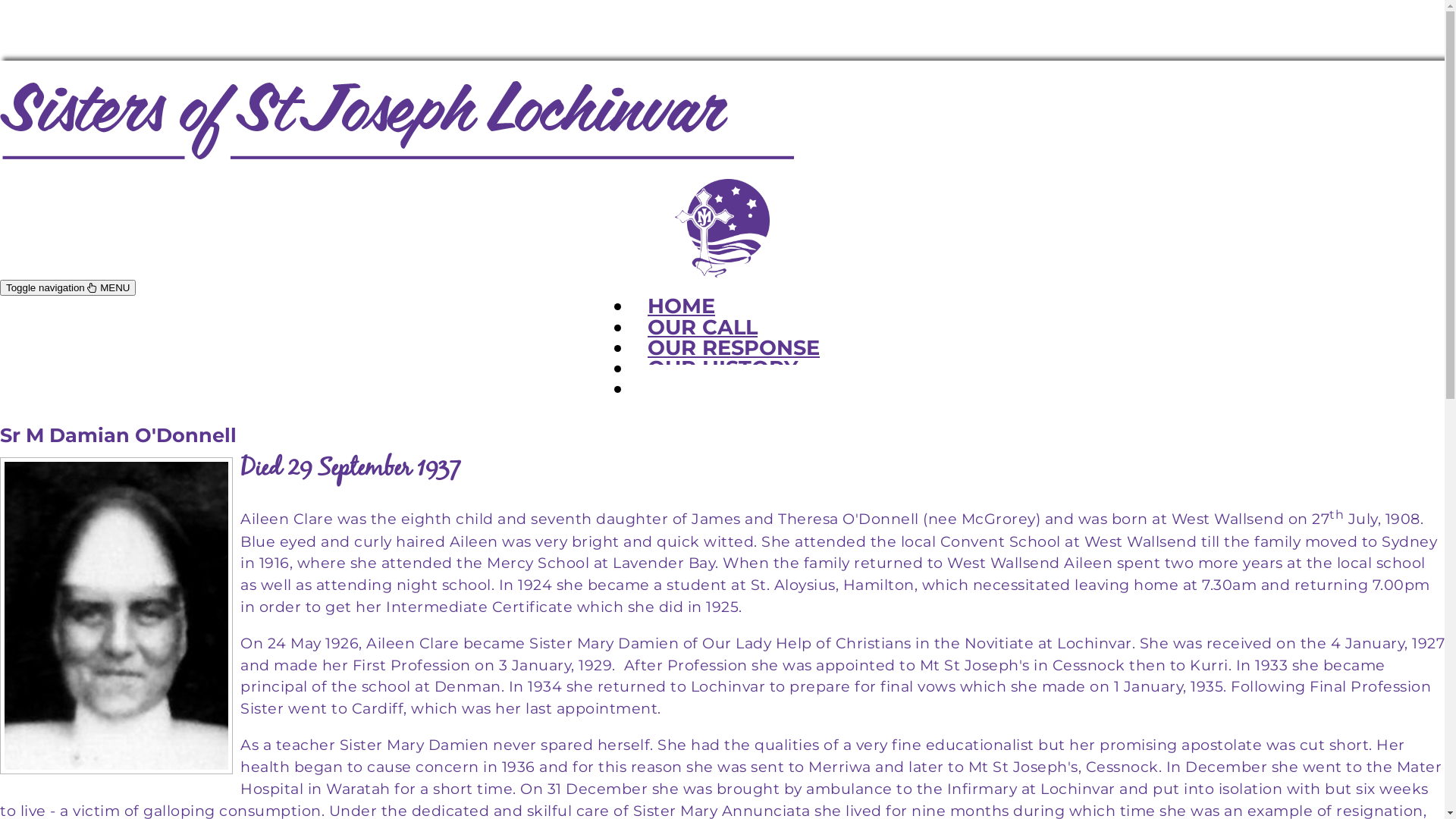 This screenshot has height=819, width=1456. I want to click on 'OUR CALL', so click(632, 326).